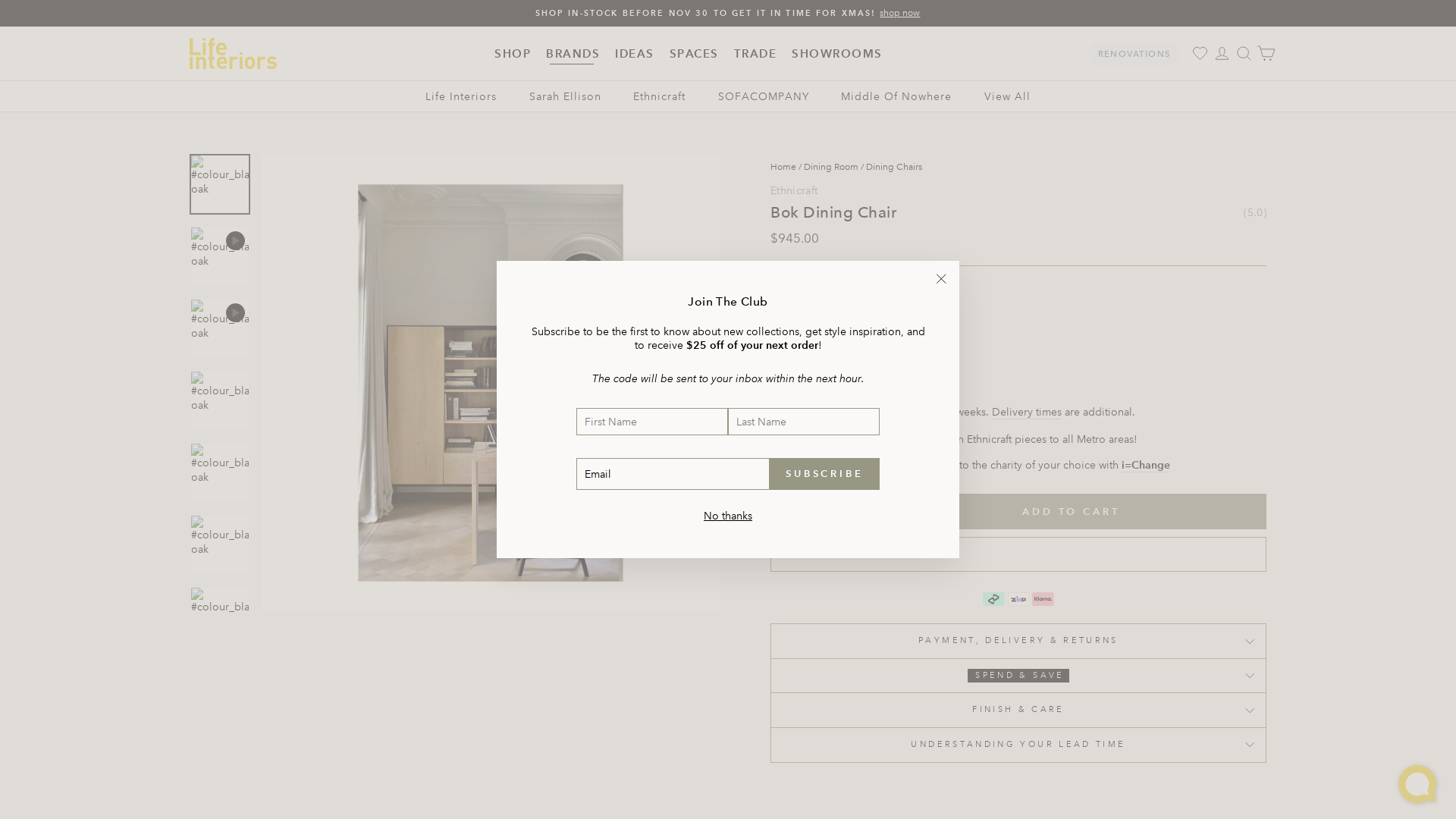 Image resolution: width=1456 pixels, height=819 pixels. Describe the element at coordinates (1146, 464) in the screenshot. I see `'i=Change'` at that location.